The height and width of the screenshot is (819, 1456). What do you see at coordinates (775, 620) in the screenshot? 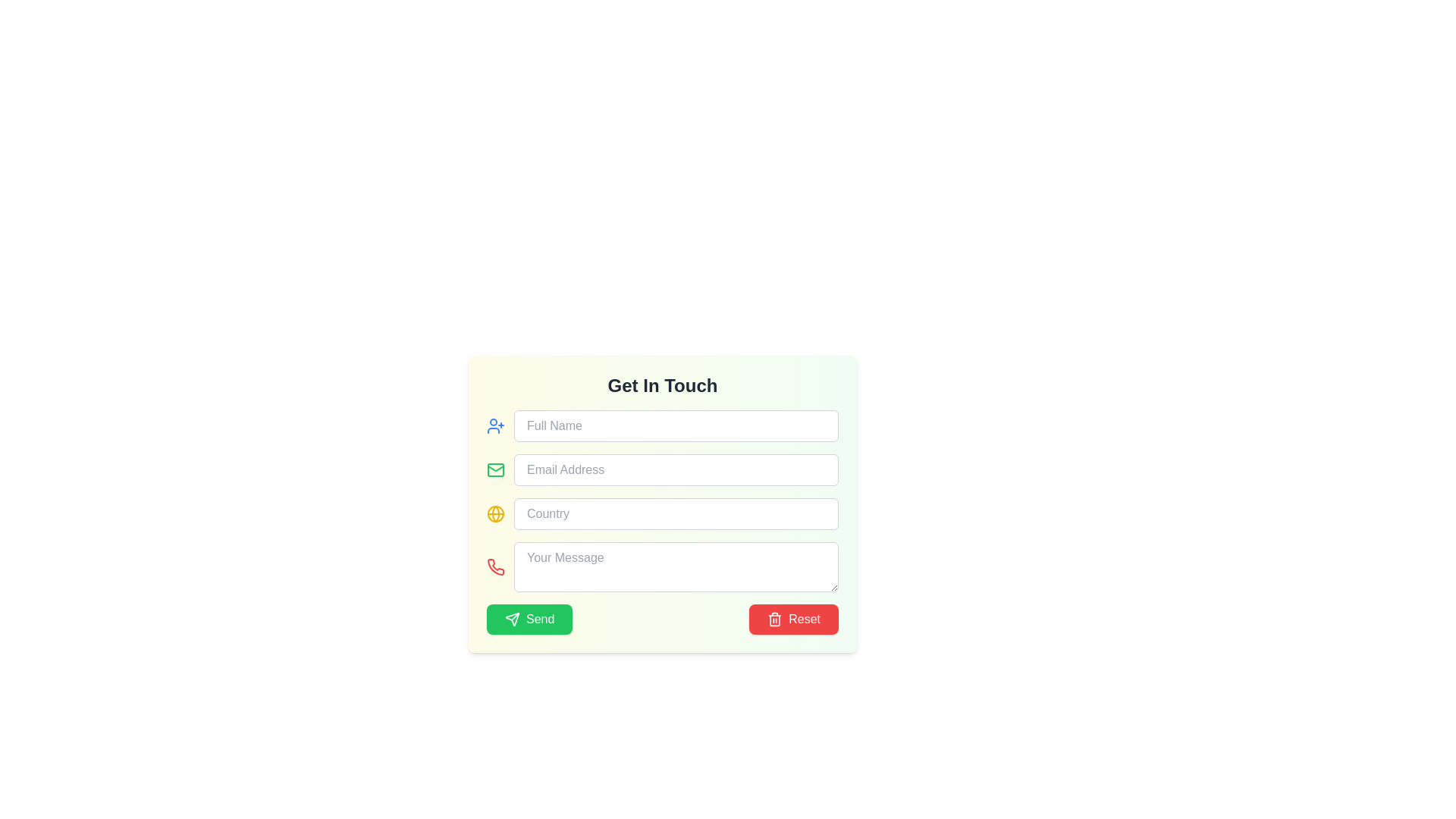
I see `the SVG icon resembling a trash can within the 'Reset' button, which has a red background and is positioned to the right of the green 'Send' button` at bounding box center [775, 620].